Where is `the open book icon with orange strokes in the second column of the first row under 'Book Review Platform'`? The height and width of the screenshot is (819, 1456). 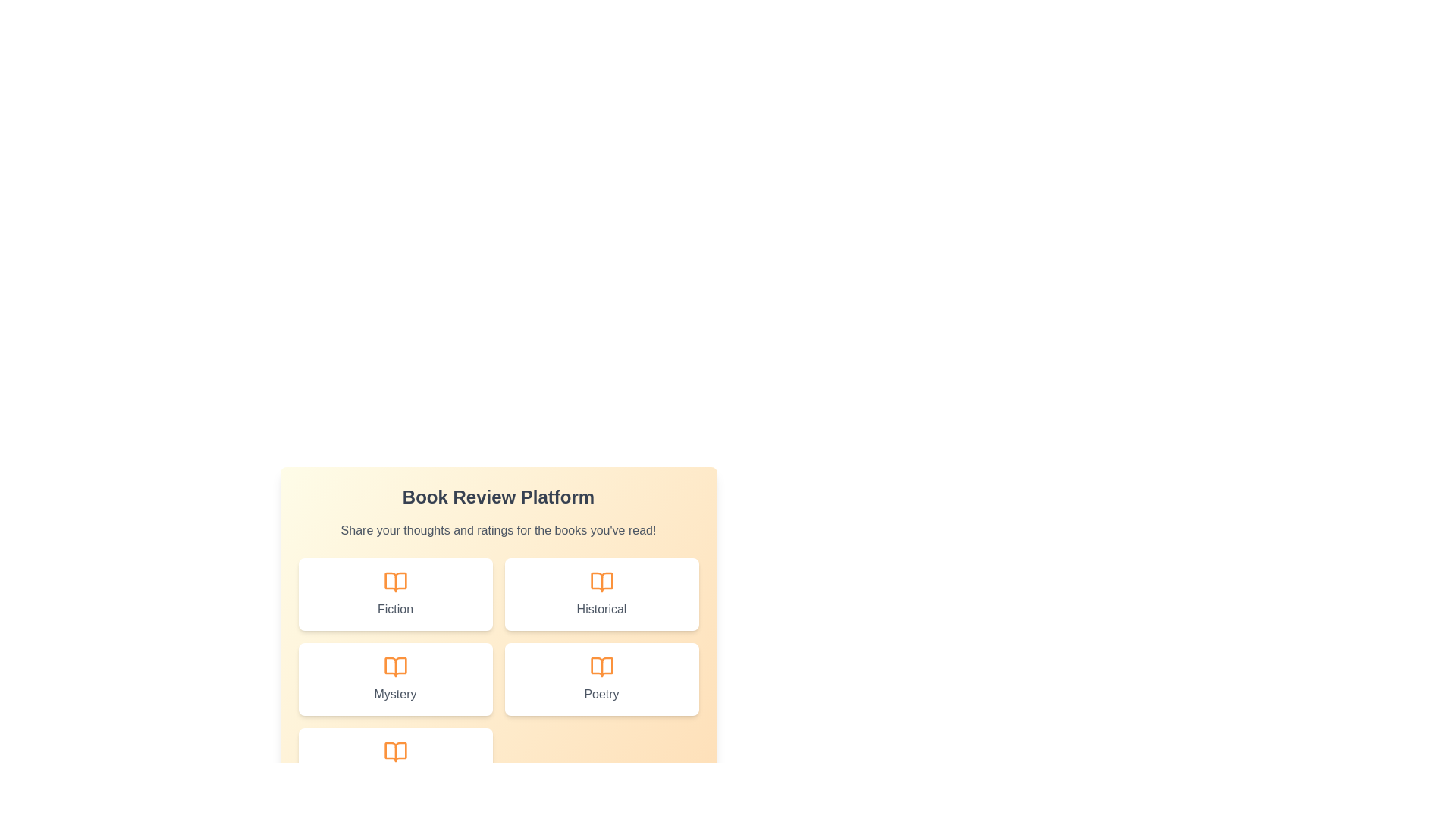
the open book icon with orange strokes in the second column of the first row under 'Book Review Platform' is located at coordinates (601, 581).